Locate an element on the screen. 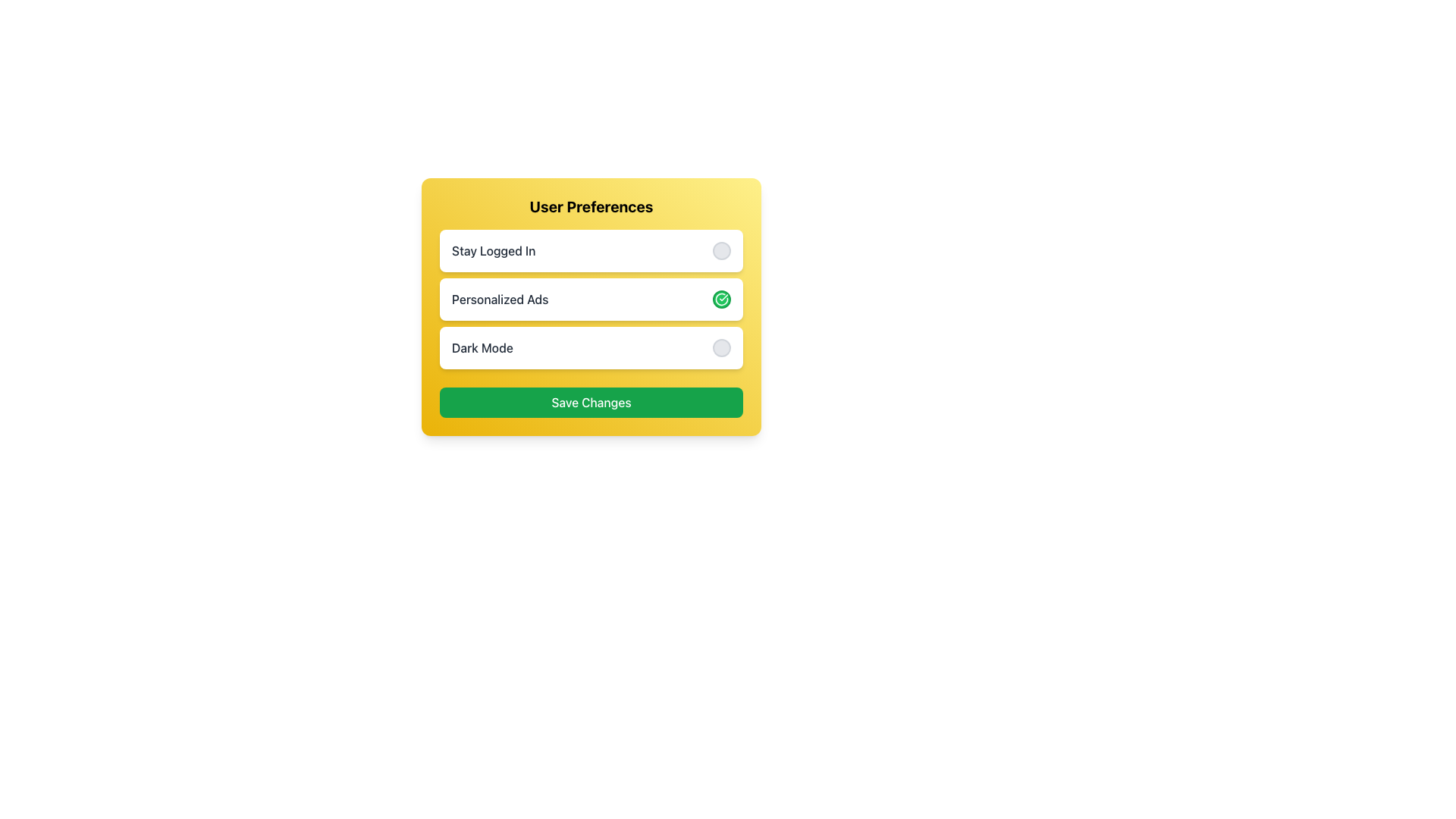  the toggle button for the 'Dark Mode' setting option, which is the third option in the settings group is located at coordinates (590, 348).